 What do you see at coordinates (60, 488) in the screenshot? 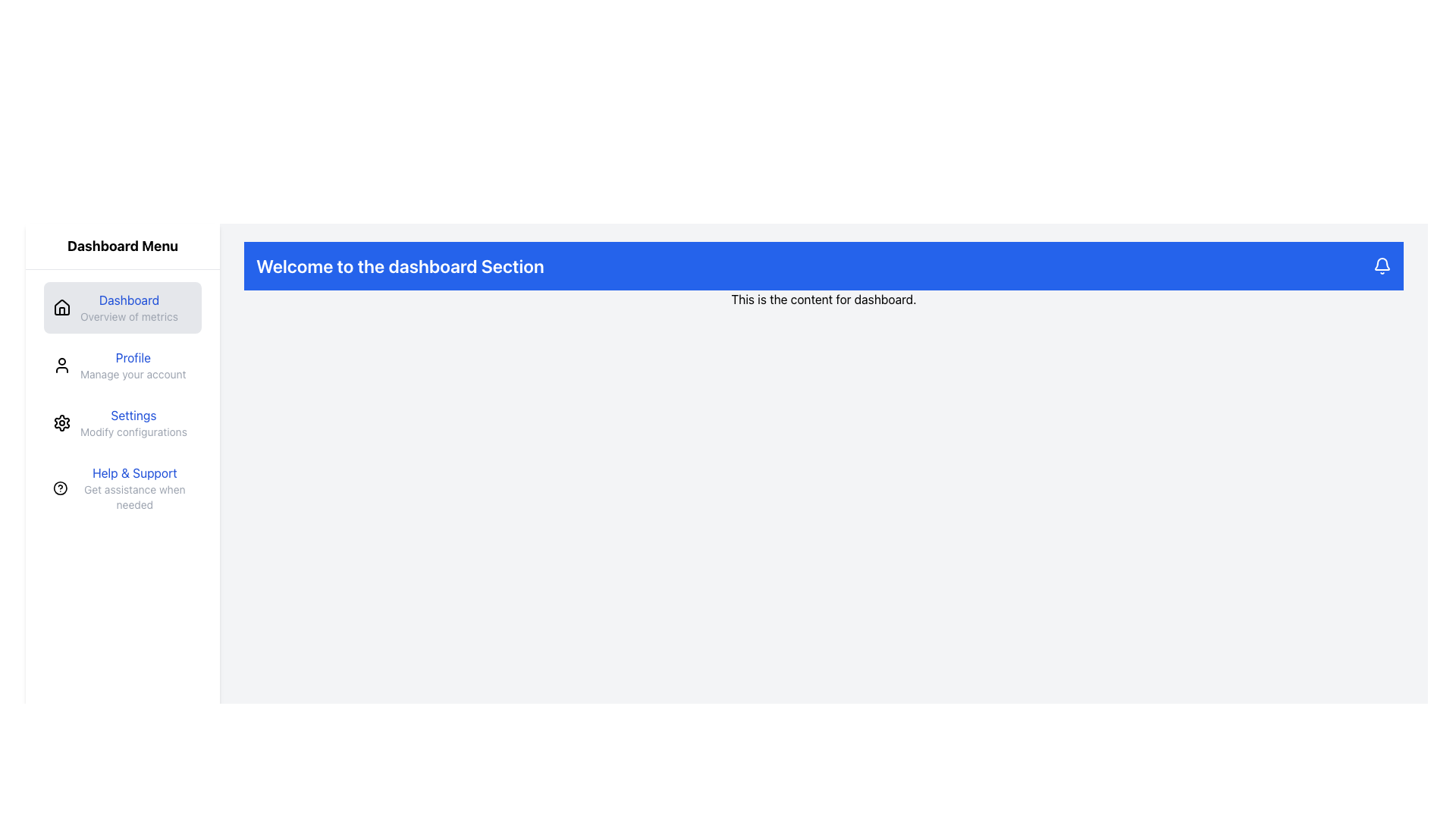
I see `the circular icon with a question mark that is part of the 'Help & Support' menu item in the sidebar` at bounding box center [60, 488].